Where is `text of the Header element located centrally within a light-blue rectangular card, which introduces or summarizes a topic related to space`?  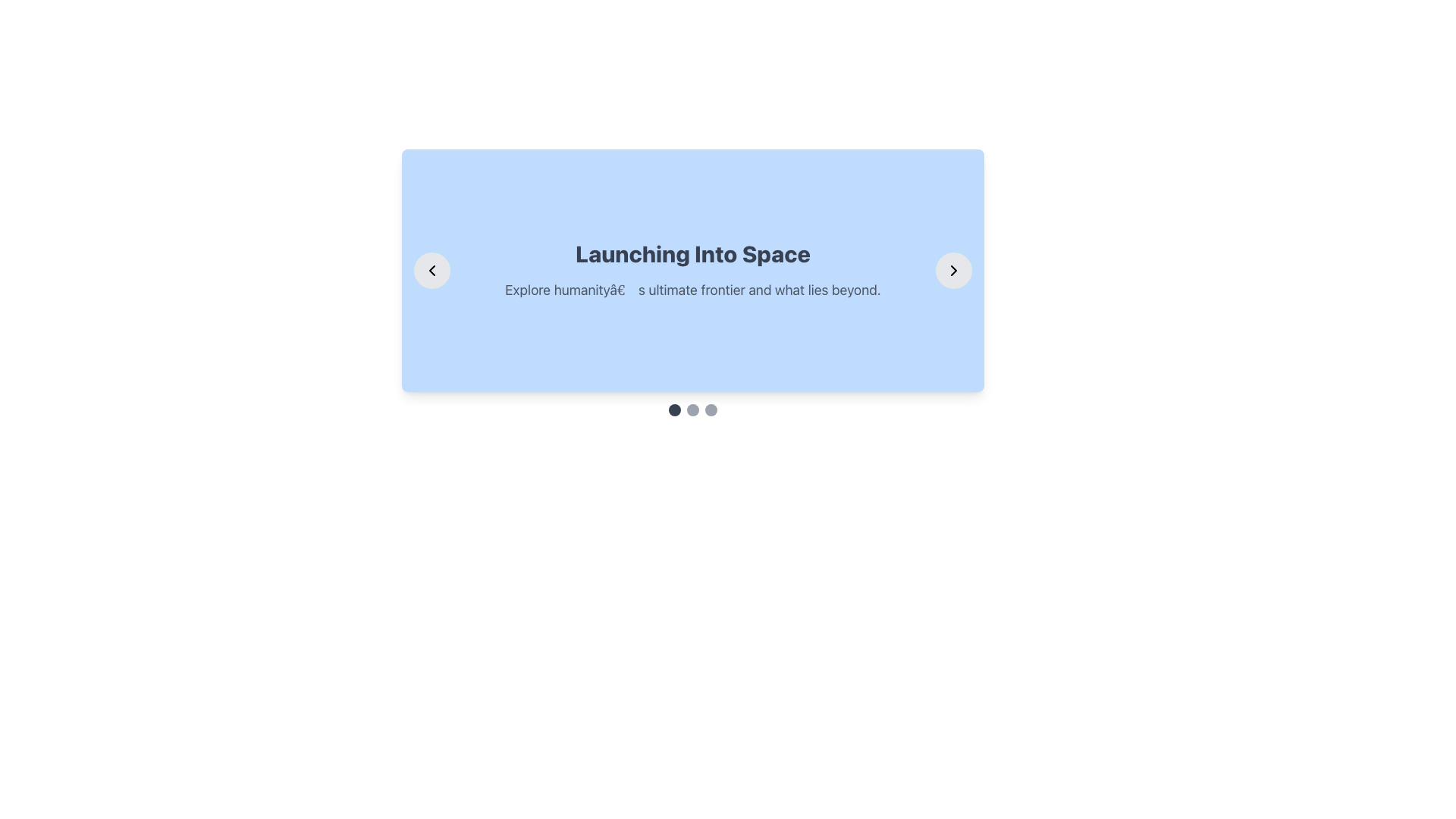
text of the Header element located centrally within a light-blue rectangular card, which introduces or summarizes a topic related to space is located at coordinates (692, 253).